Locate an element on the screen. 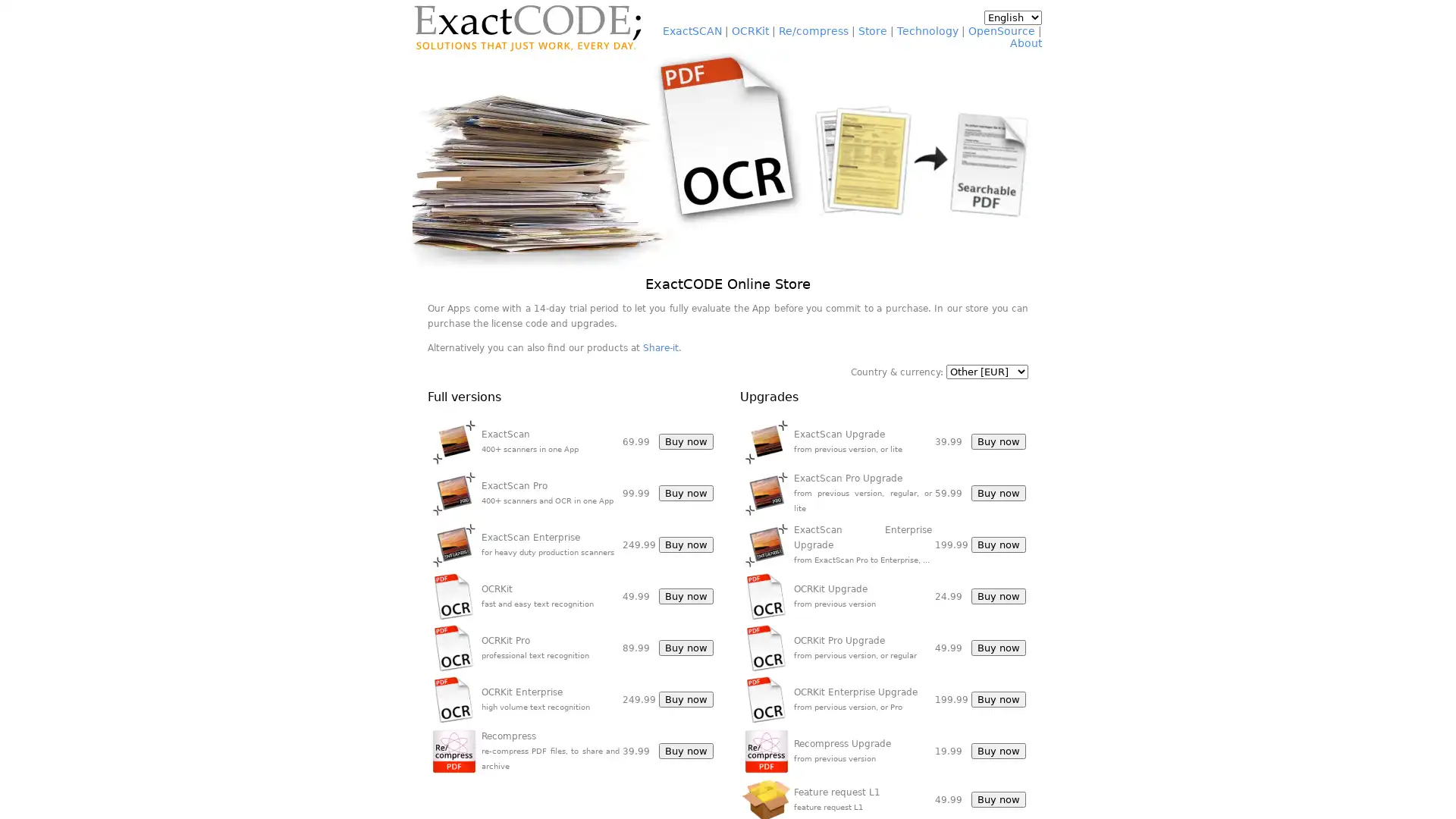 Image resolution: width=1456 pixels, height=819 pixels. Buy now is located at coordinates (997, 544).